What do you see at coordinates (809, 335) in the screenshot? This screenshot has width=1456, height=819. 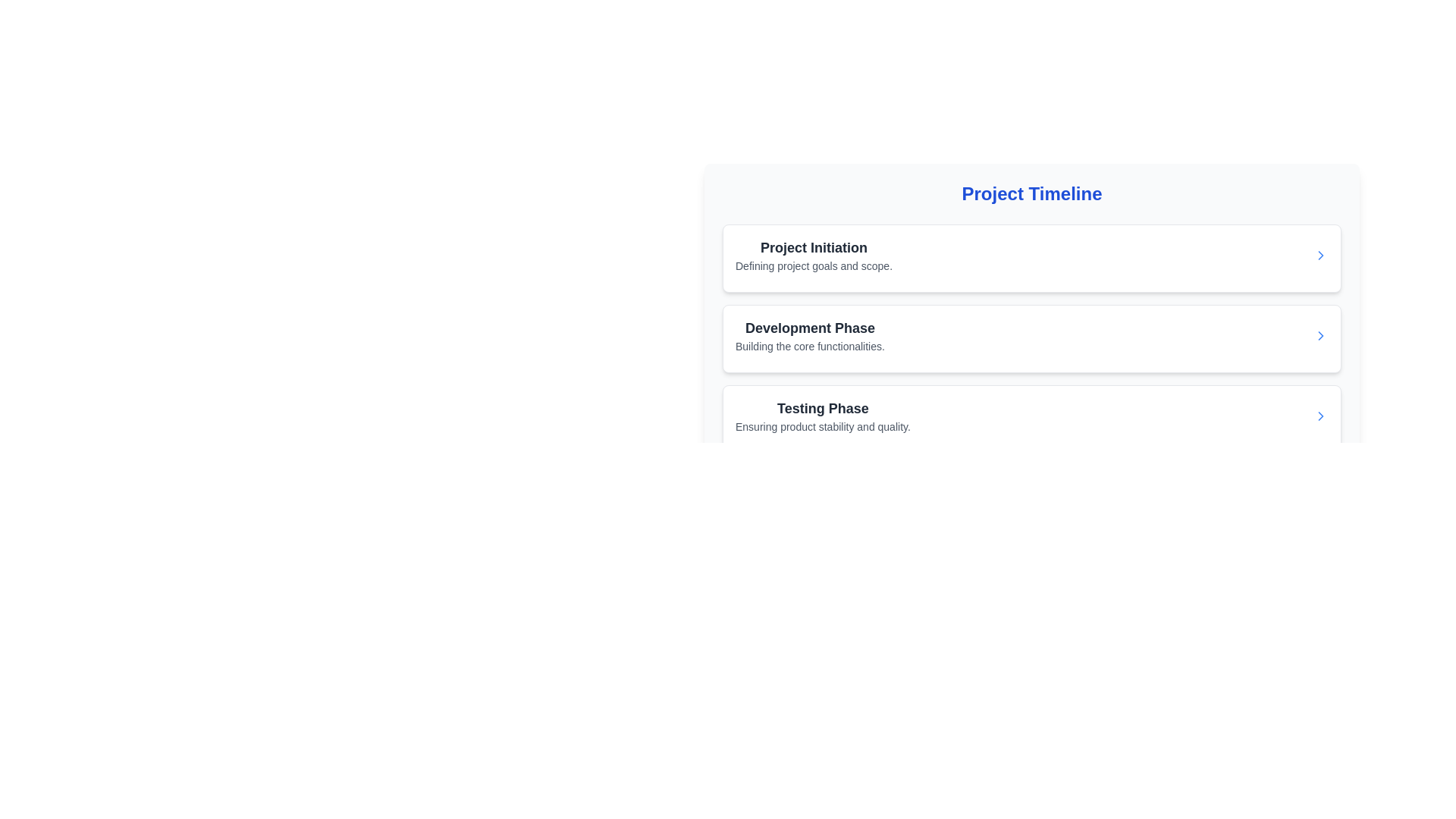 I see `the text block that serves as a descriptive header and subtitle for the current phase of the project timeline, positioned centrally between 'Project Initiation' and 'Testing Phase'` at bounding box center [809, 335].